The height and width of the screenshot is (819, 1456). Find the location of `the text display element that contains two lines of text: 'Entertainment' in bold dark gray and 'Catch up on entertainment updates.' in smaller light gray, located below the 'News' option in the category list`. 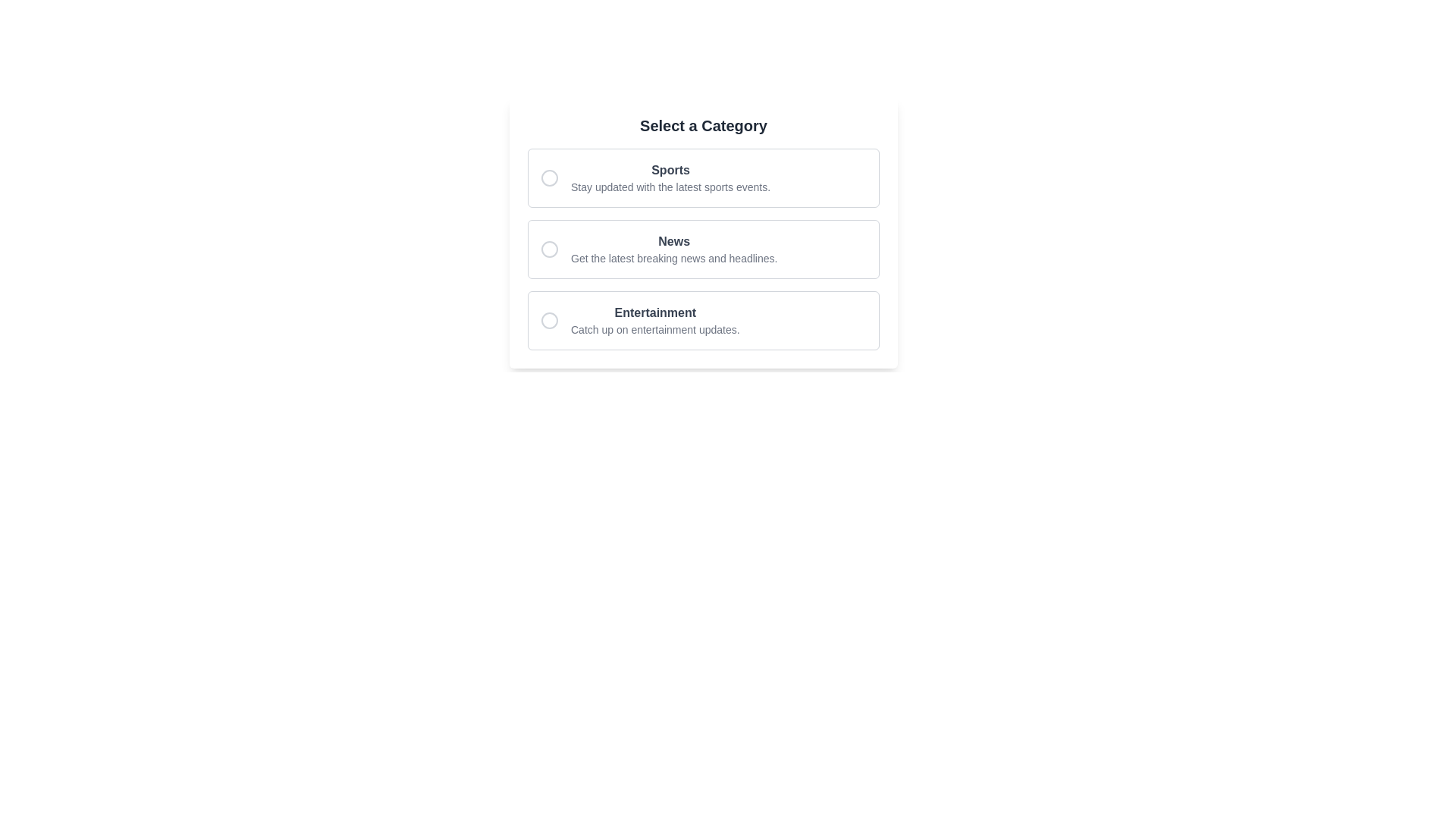

the text display element that contains two lines of text: 'Entertainment' in bold dark gray and 'Catch up on entertainment updates.' in smaller light gray, located below the 'News' option in the category list is located at coordinates (655, 320).